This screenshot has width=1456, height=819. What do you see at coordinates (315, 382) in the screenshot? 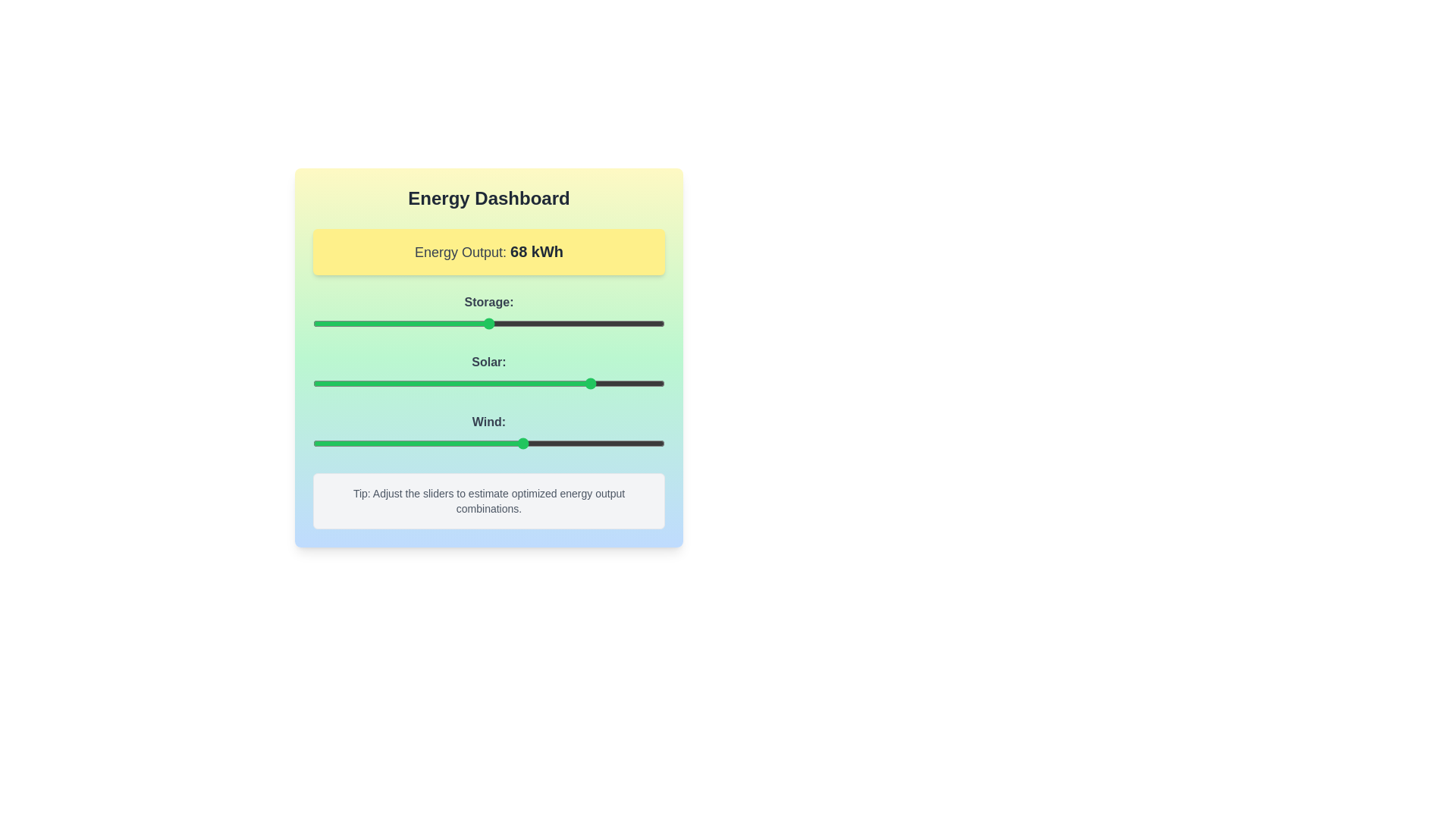
I see `the 'Solar' slider to 1%` at bounding box center [315, 382].